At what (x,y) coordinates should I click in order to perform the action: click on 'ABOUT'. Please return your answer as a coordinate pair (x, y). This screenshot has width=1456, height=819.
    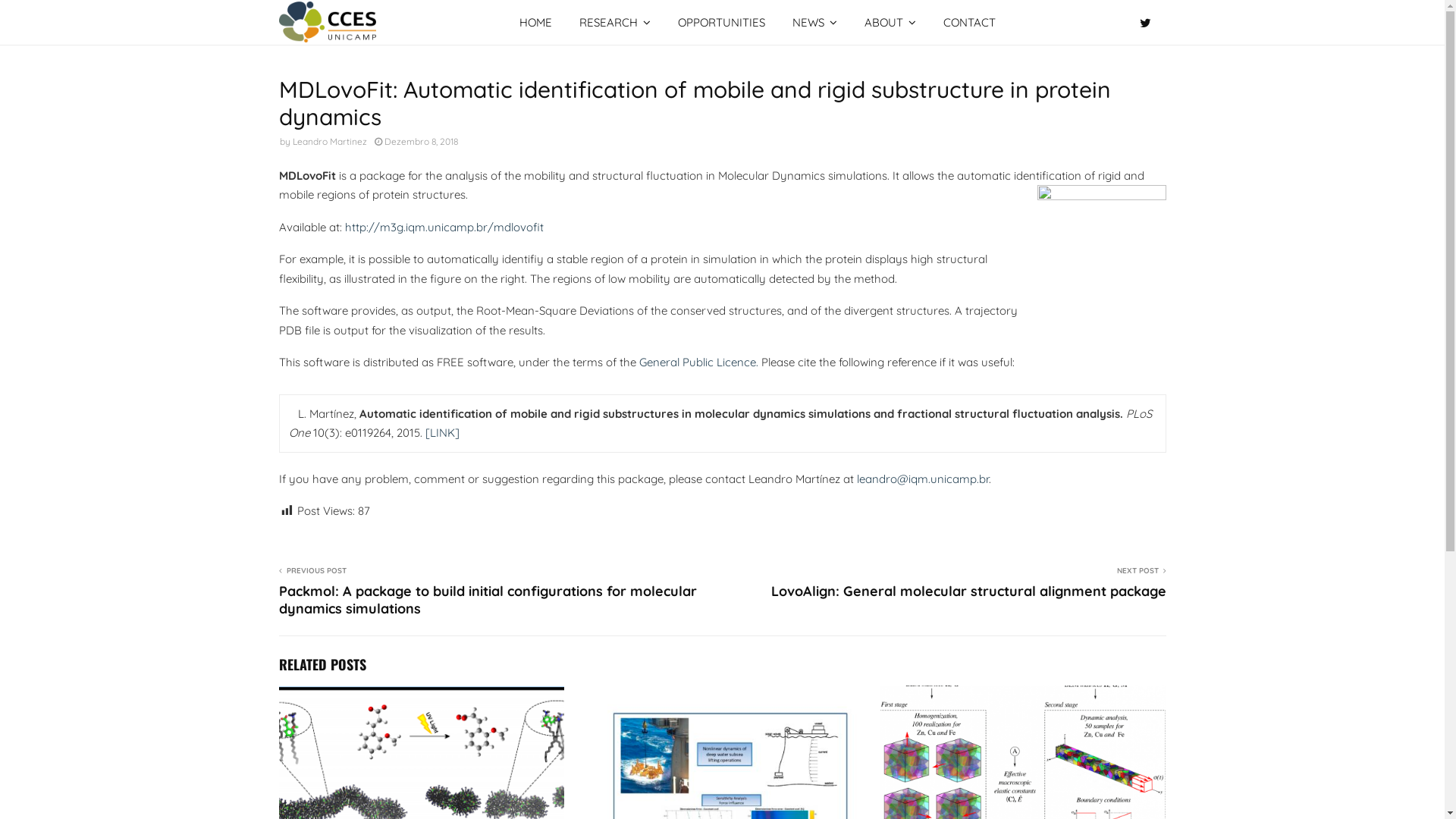
    Looking at the image, I should click on (890, 23).